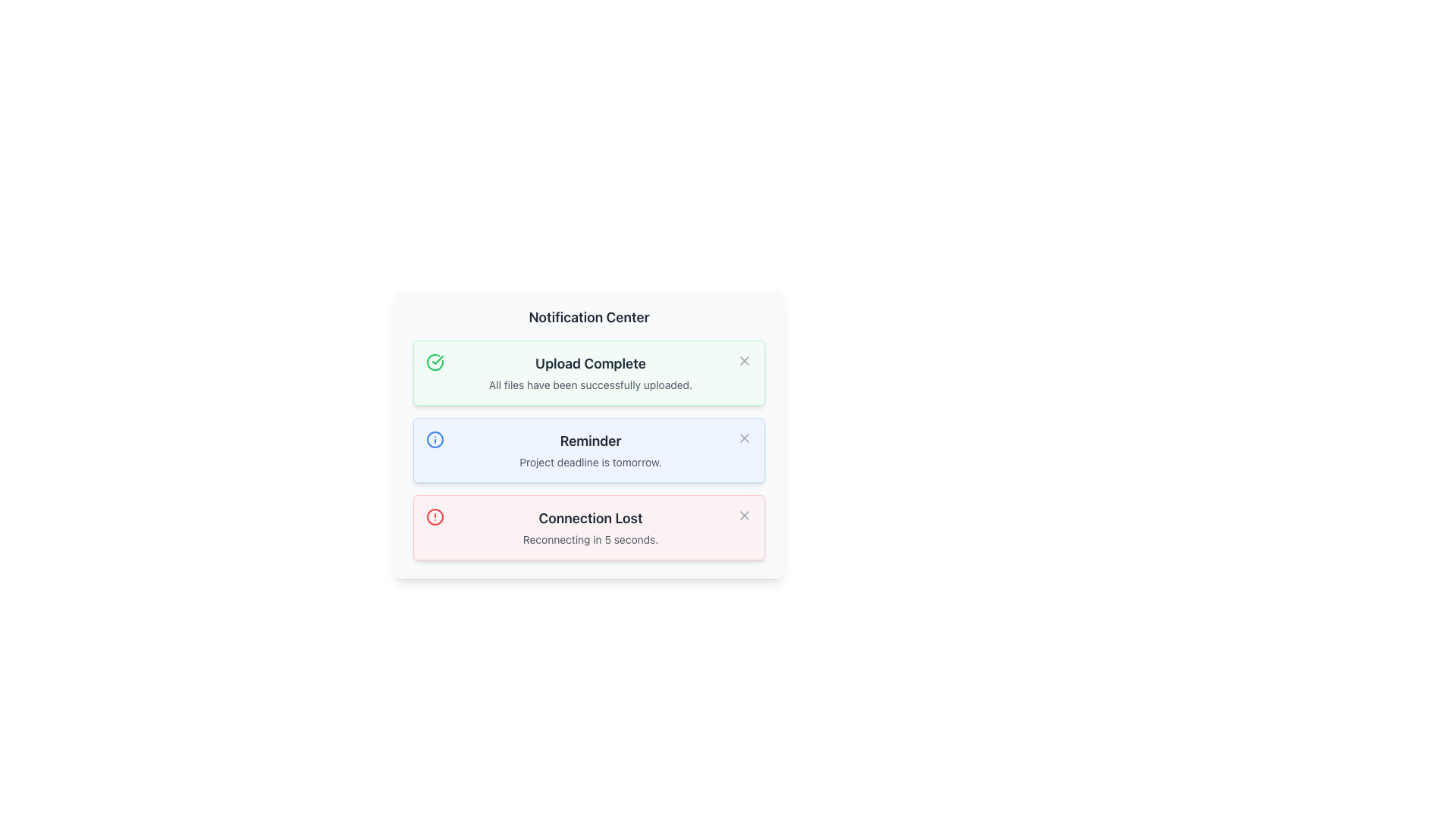 This screenshot has height=819, width=1456. Describe the element at coordinates (435, 516) in the screenshot. I see `the alert icon at the beginning of the 'Connection Lost' notification bar, which indicates the importance of the message` at that location.